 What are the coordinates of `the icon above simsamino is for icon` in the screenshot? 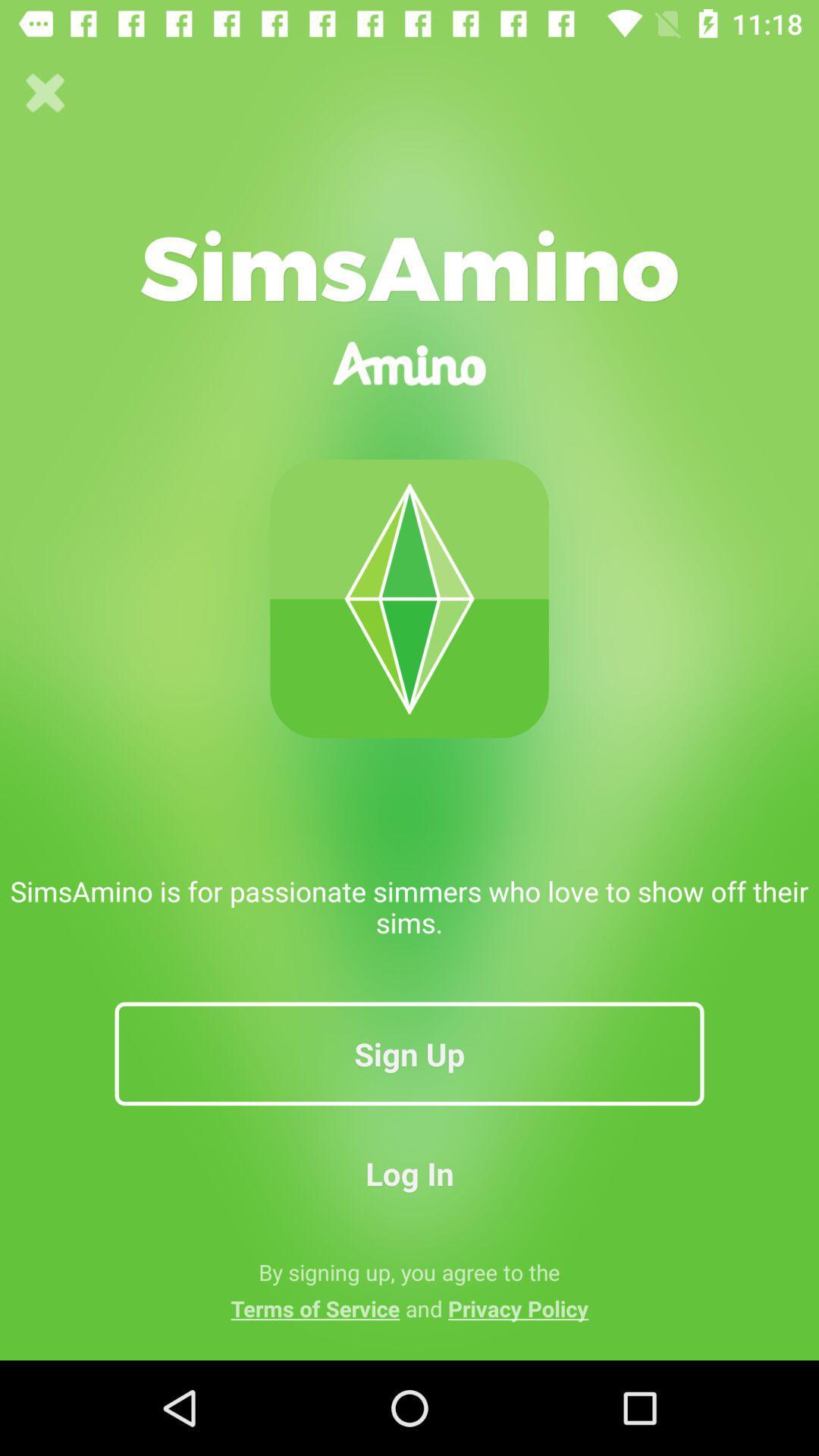 It's located at (45, 93).